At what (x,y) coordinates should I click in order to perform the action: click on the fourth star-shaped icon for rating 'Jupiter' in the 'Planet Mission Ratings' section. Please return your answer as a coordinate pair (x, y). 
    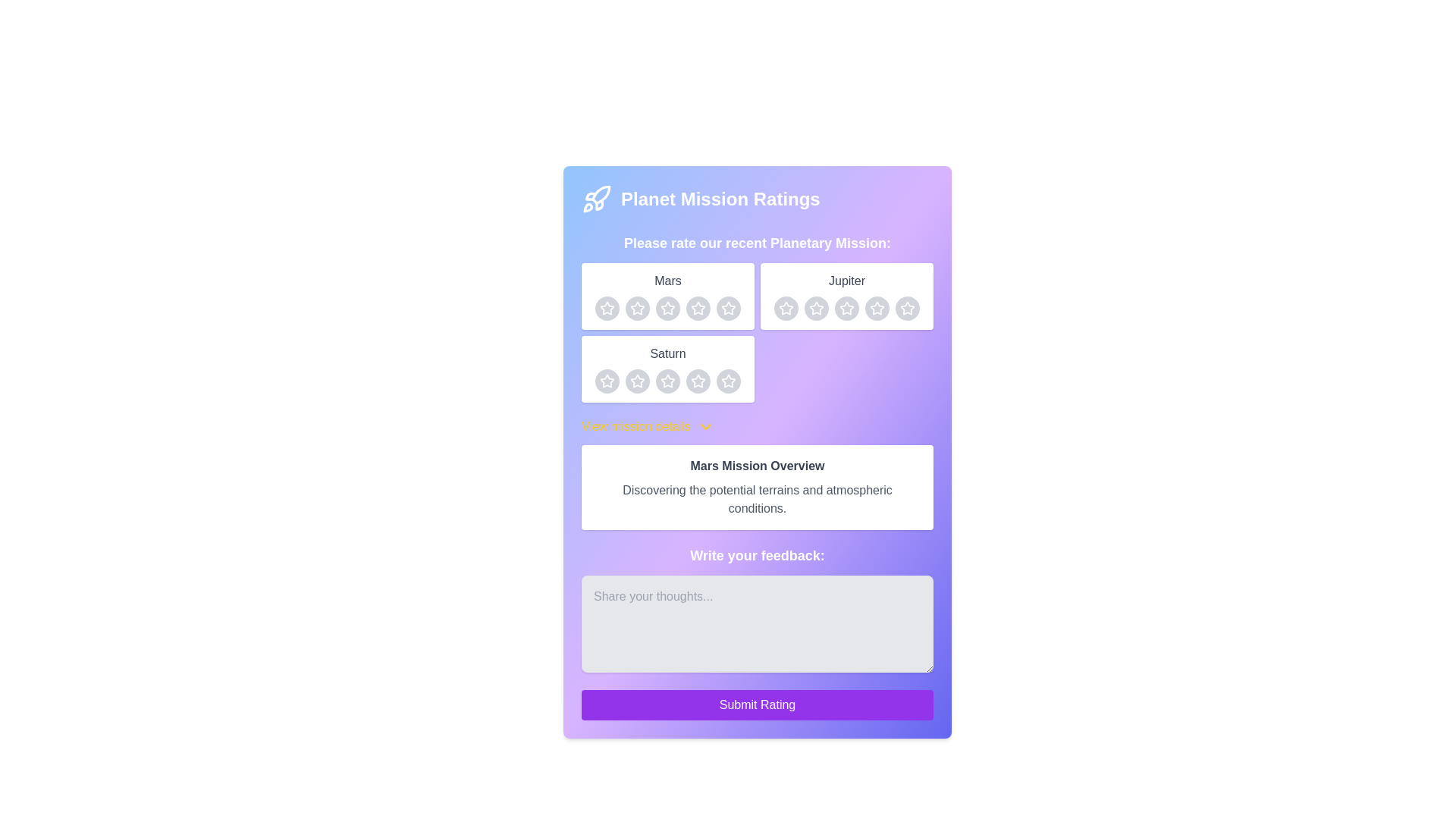
    Looking at the image, I should click on (877, 308).